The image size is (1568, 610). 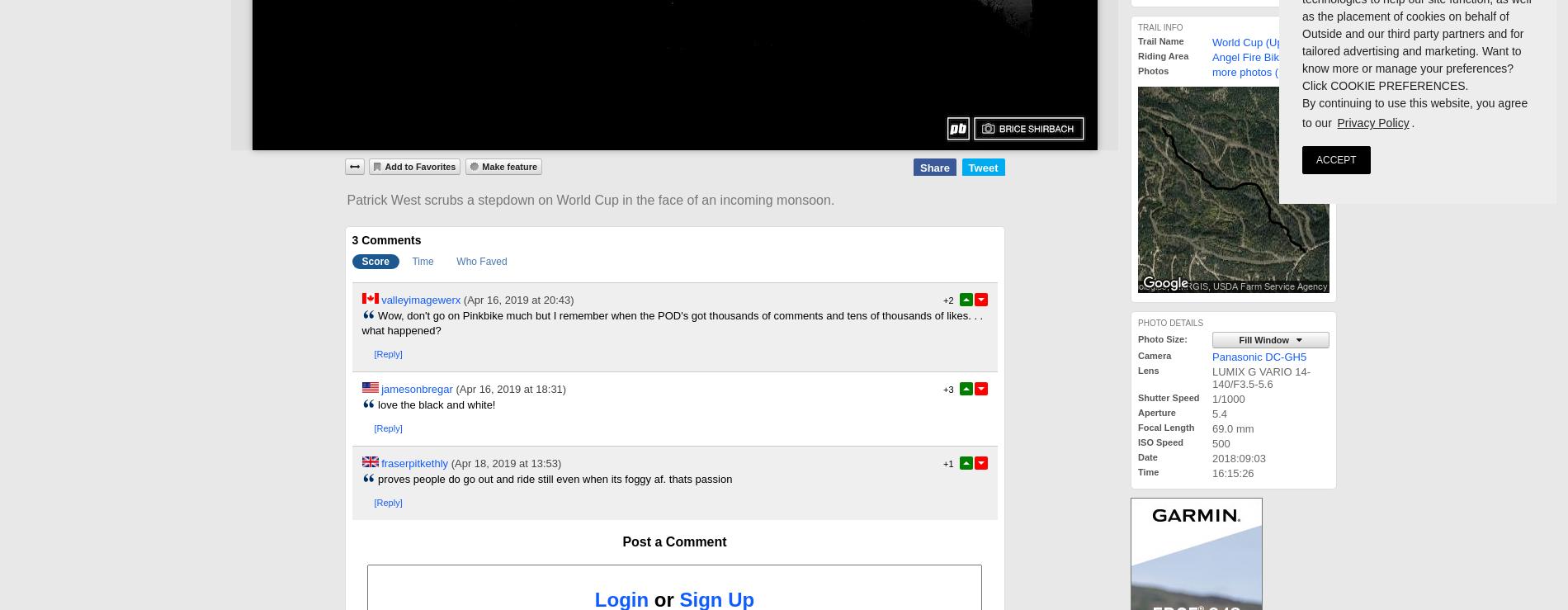 I want to click on 'World Cup (Upper)', so click(x=1257, y=42).